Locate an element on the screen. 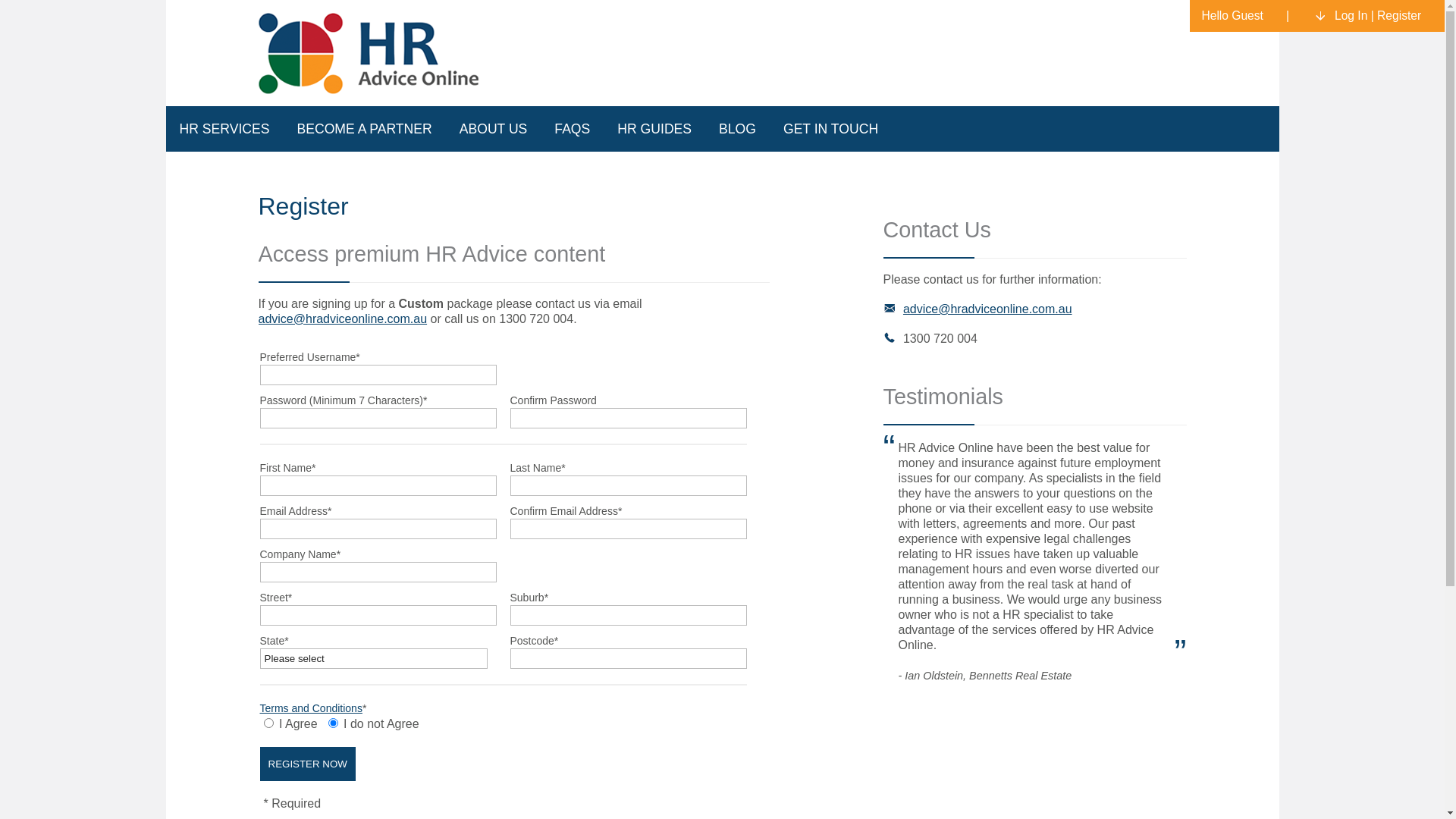  'HR GUIDES' is located at coordinates (654, 127).